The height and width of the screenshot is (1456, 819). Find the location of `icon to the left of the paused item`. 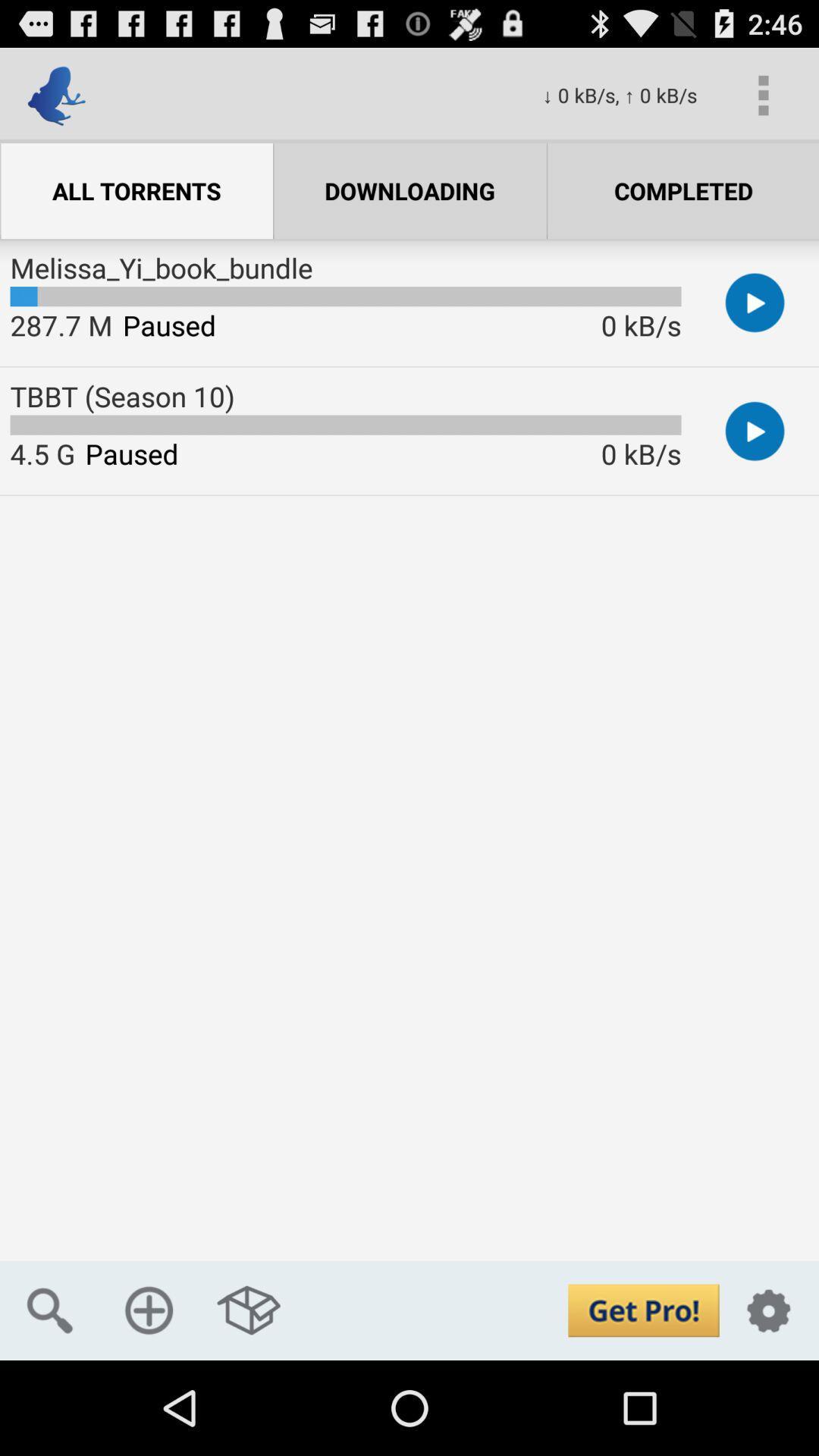

icon to the left of the paused item is located at coordinates (61, 324).